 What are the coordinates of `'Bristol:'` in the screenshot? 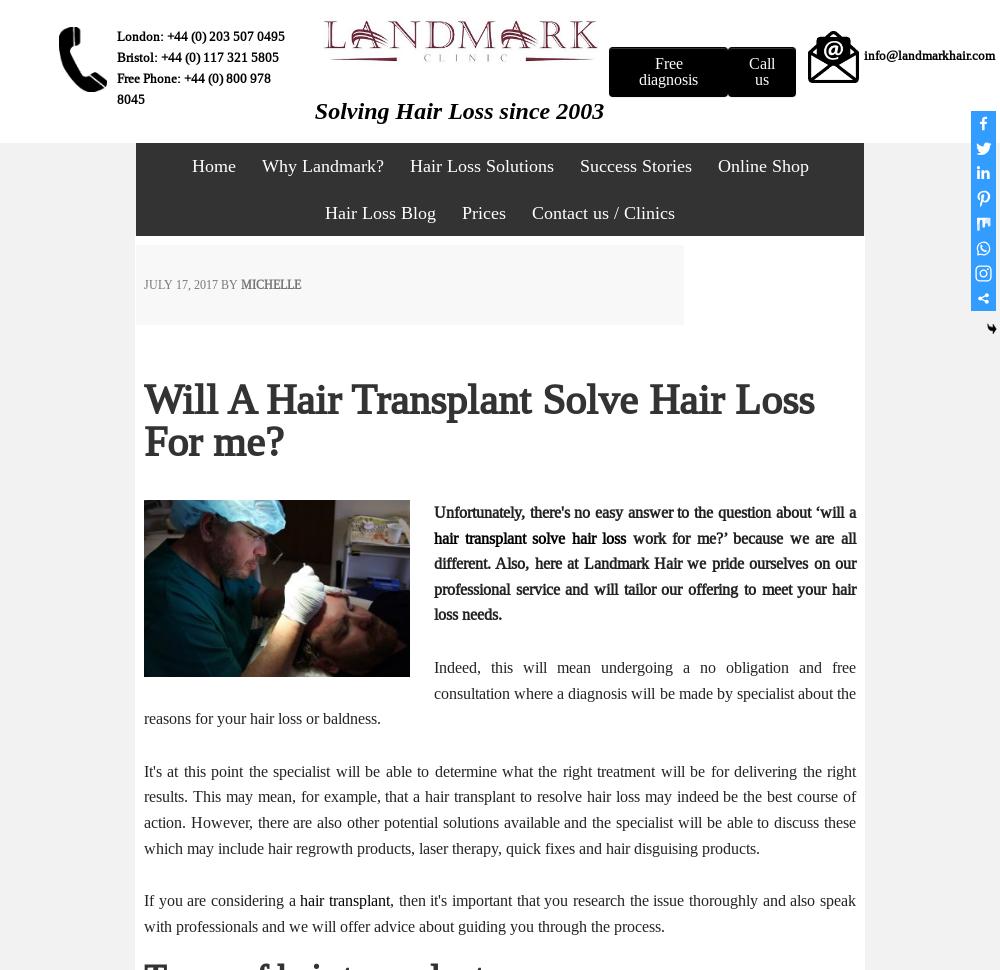 It's located at (138, 56).